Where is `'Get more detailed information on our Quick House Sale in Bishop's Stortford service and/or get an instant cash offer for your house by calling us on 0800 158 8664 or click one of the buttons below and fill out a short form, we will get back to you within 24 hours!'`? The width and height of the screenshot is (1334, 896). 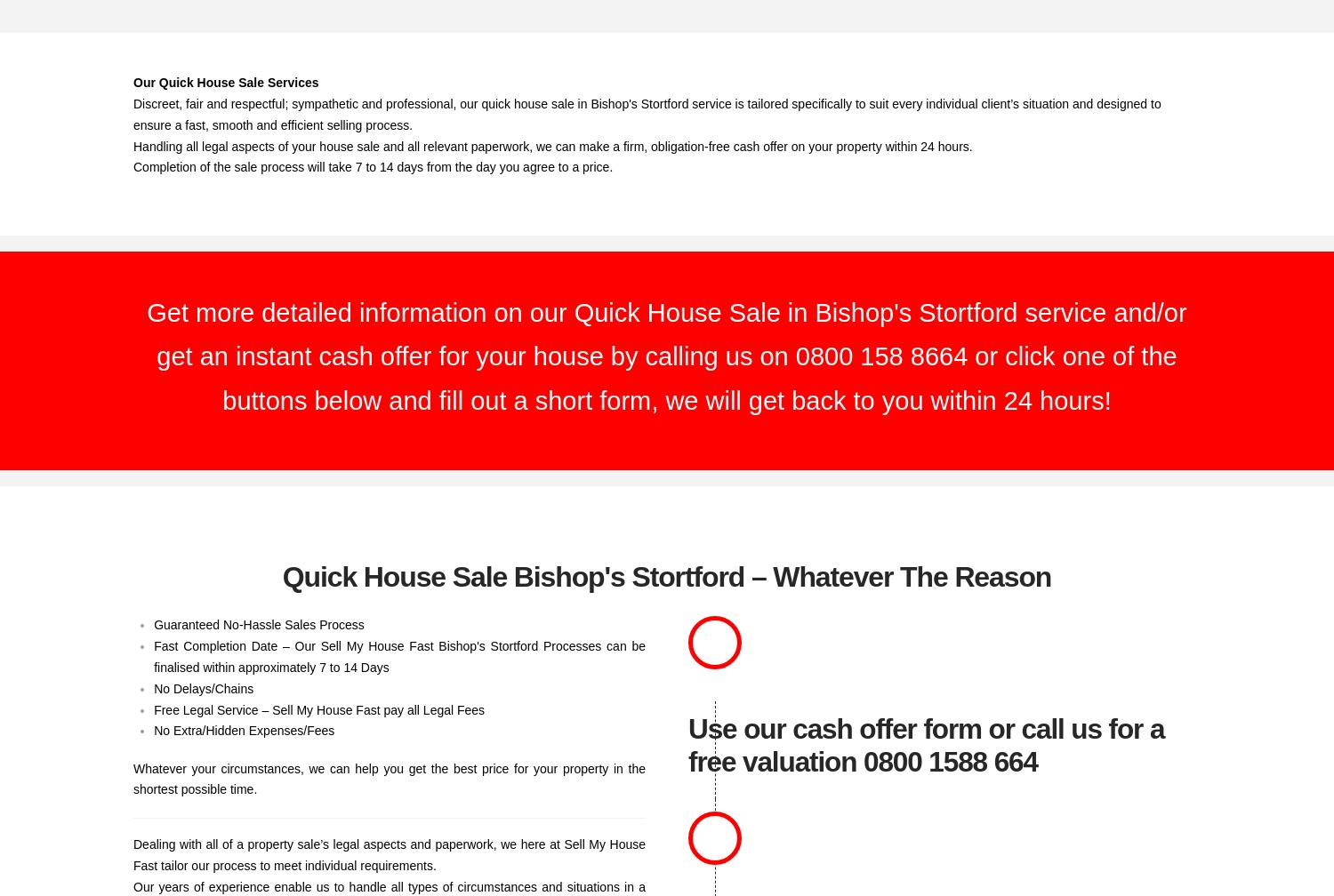
'Get more detailed information on our Quick House Sale in Bishop's Stortford service and/or get an instant cash offer for your house by calling us on 0800 158 8664 or click one of the buttons below and fill out a short form, we will get back to you within 24 hours!' is located at coordinates (665, 356).